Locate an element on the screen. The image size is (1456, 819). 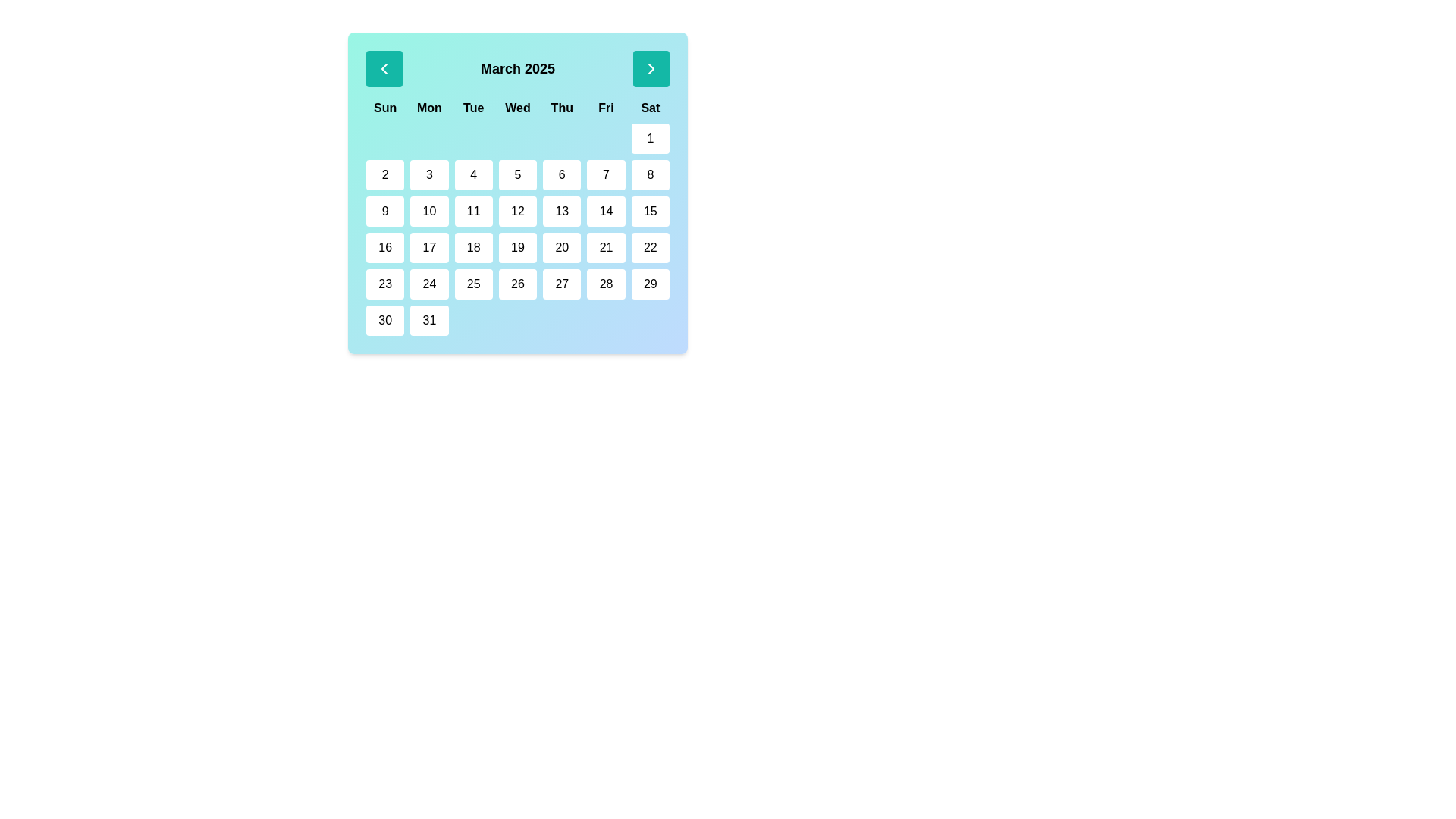
the square button labeled '4' located in the second row, fourth column of the calendar, directly below 'Tue', to observe its state change from white to teal is located at coordinates (472, 174).